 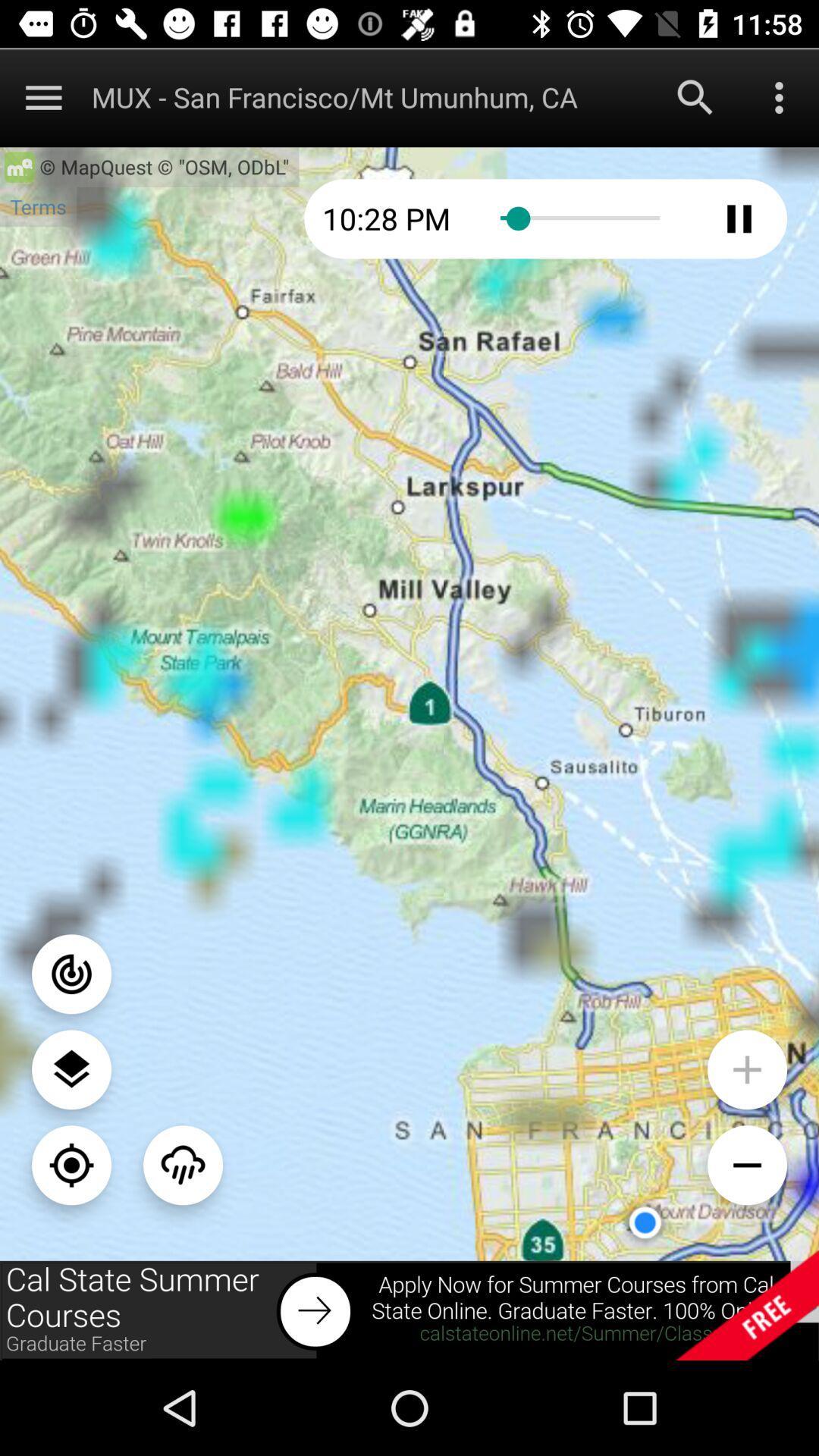 I want to click on advertisement image, so click(x=409, y=1310).